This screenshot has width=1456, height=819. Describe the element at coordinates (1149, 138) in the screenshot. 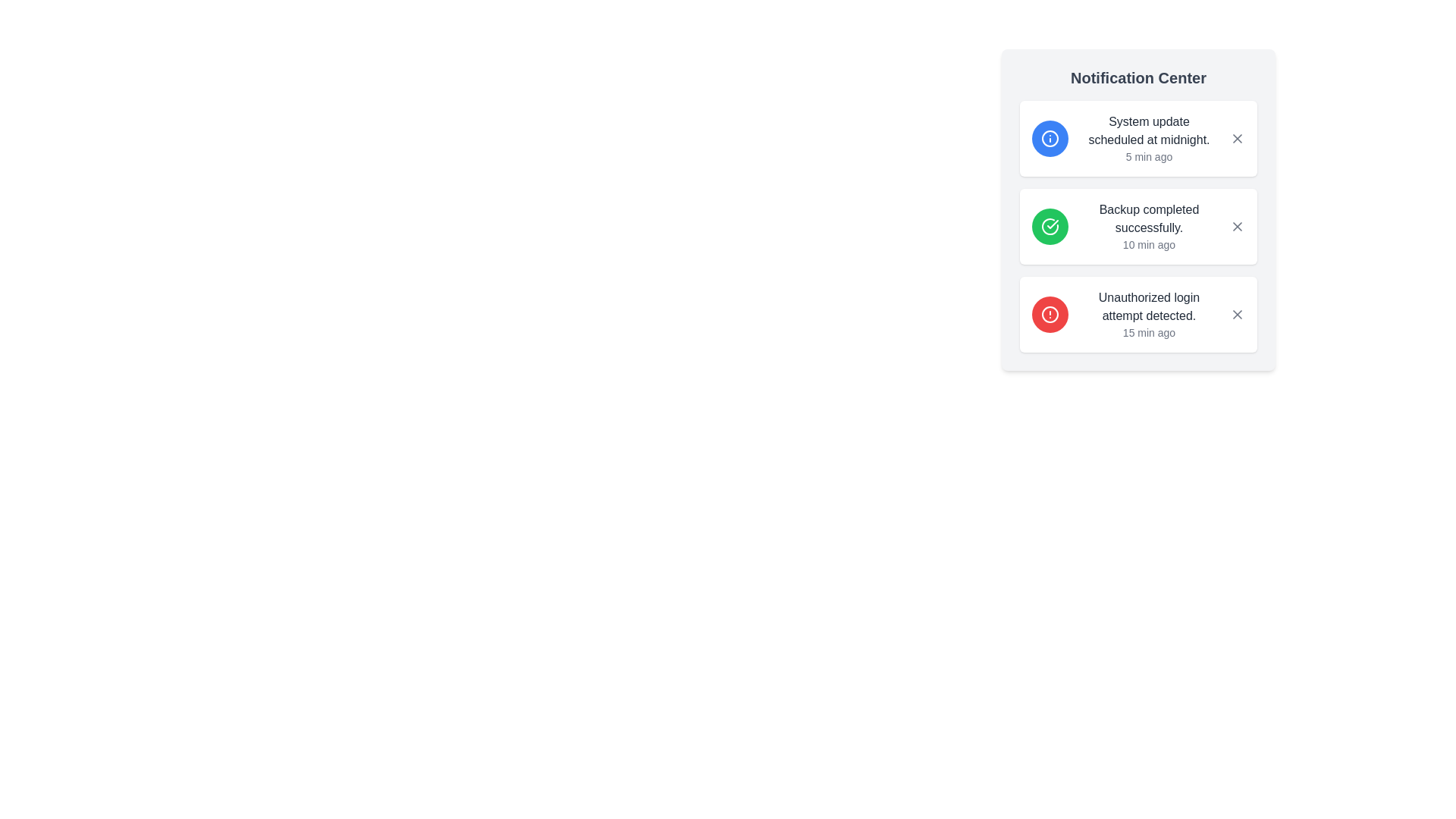

I see `the notification message located within the top notification card of the notification panel, which displays a title and timestamp for events` at that location.